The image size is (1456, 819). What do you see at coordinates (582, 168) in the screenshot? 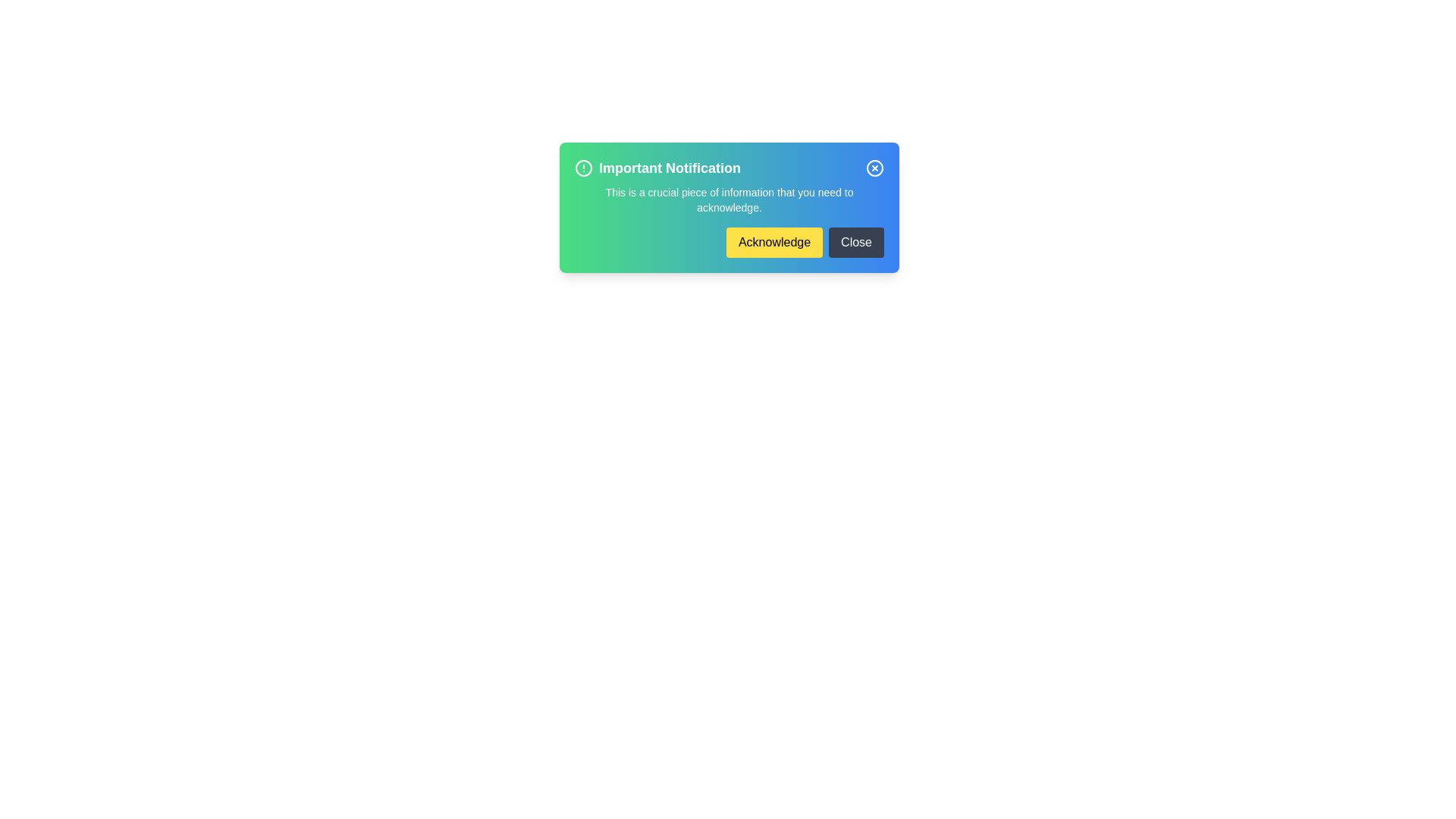
I see `the circular outline SVG element located in the top-left corner of the notification box, which has a 10-unit radius and no visible fill` at bounding box center [582, 168].